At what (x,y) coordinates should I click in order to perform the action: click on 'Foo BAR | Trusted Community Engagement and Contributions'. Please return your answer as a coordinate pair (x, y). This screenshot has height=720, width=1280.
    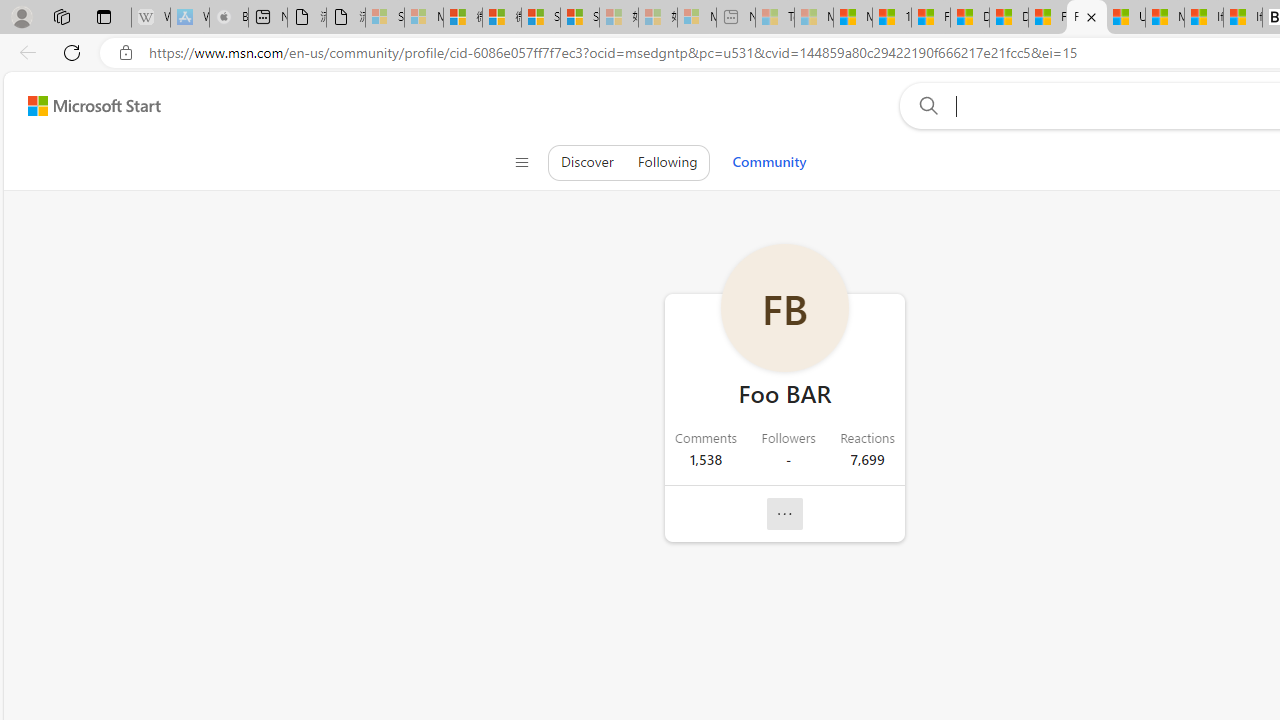
    Looking at the image, I should click on (1085, 17).